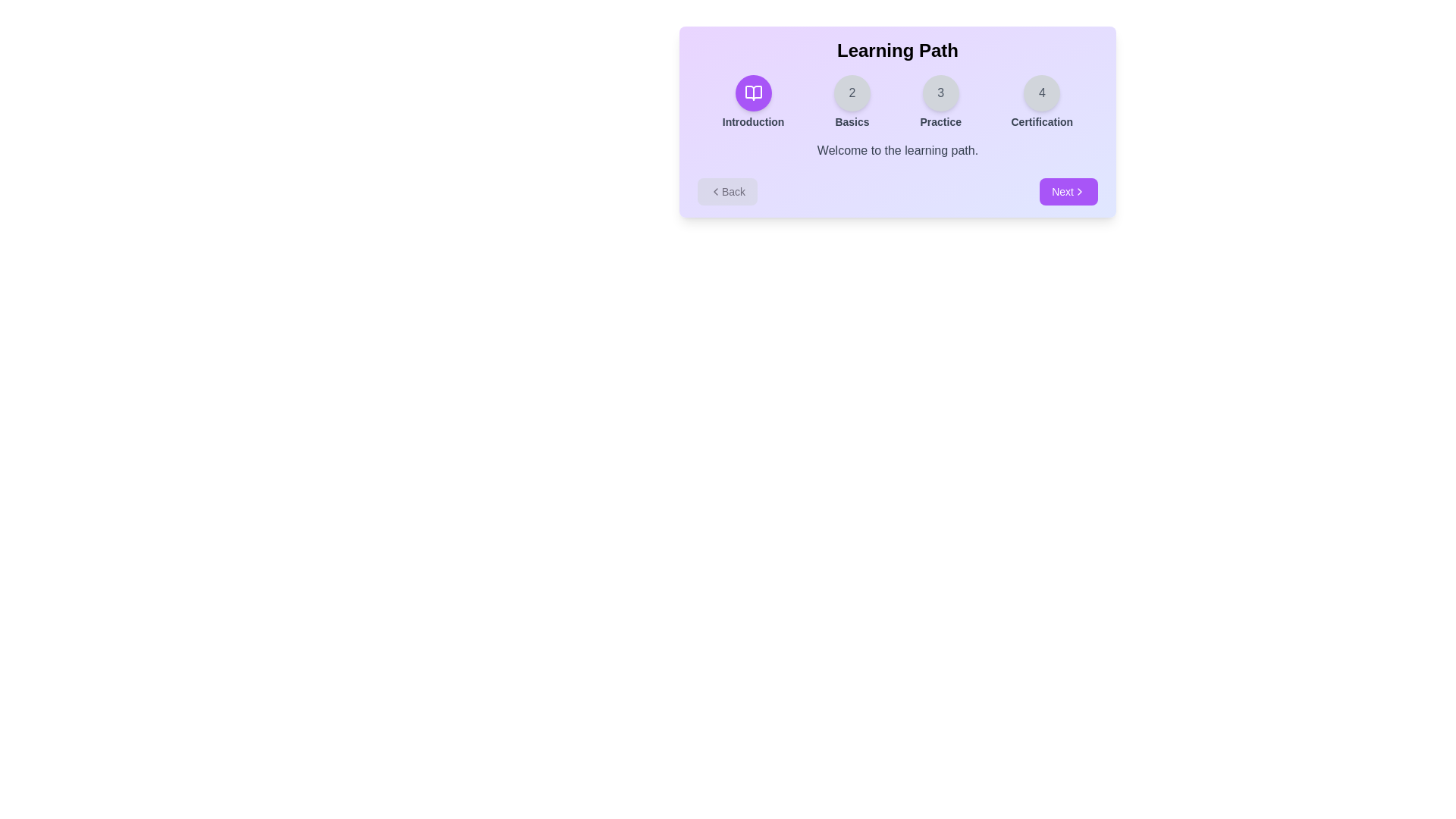  I want to click on the step indicator for Basics, so click(852, 102).